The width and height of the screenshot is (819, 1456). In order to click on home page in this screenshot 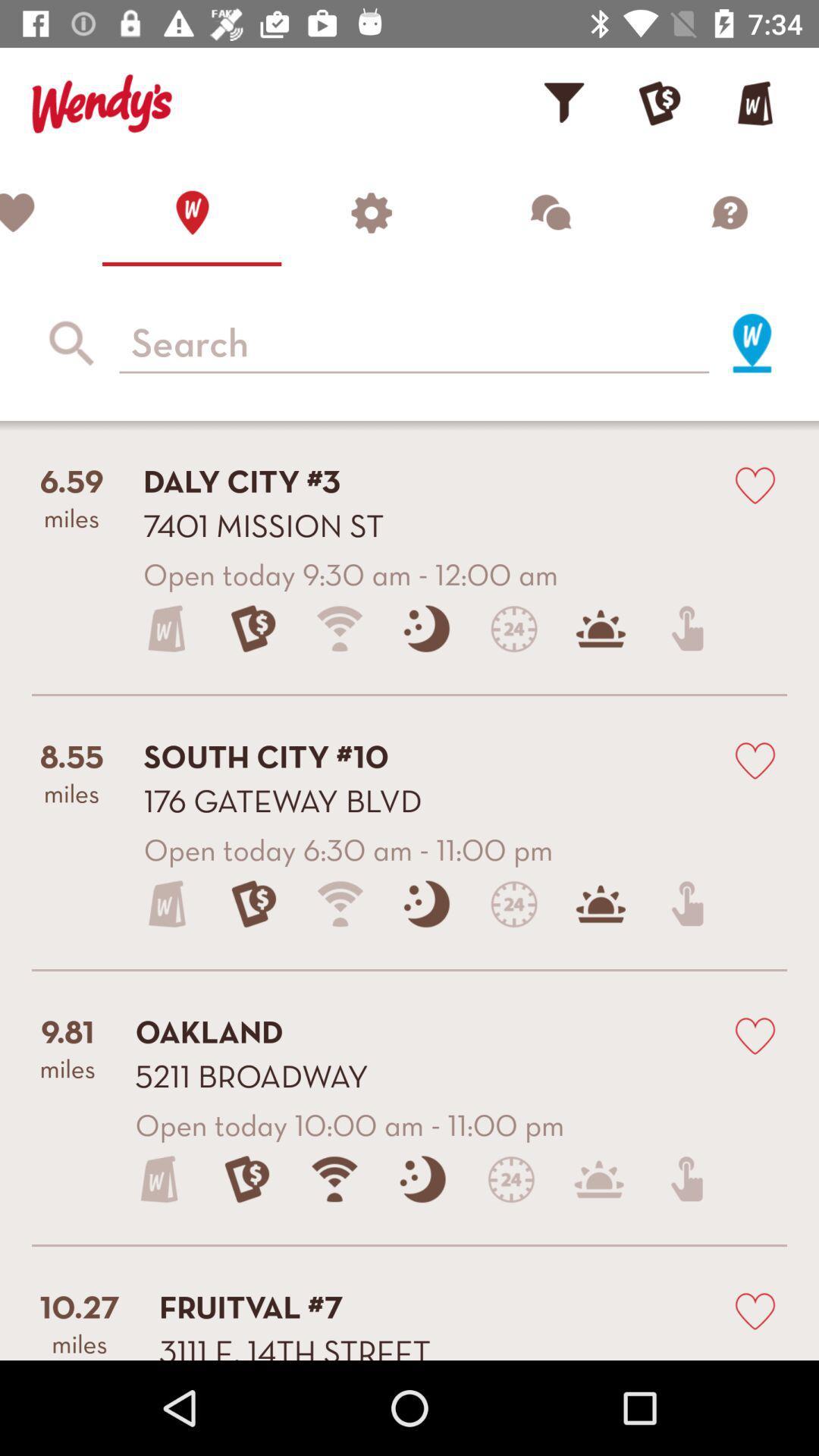, I will do `click(191, 212)`.